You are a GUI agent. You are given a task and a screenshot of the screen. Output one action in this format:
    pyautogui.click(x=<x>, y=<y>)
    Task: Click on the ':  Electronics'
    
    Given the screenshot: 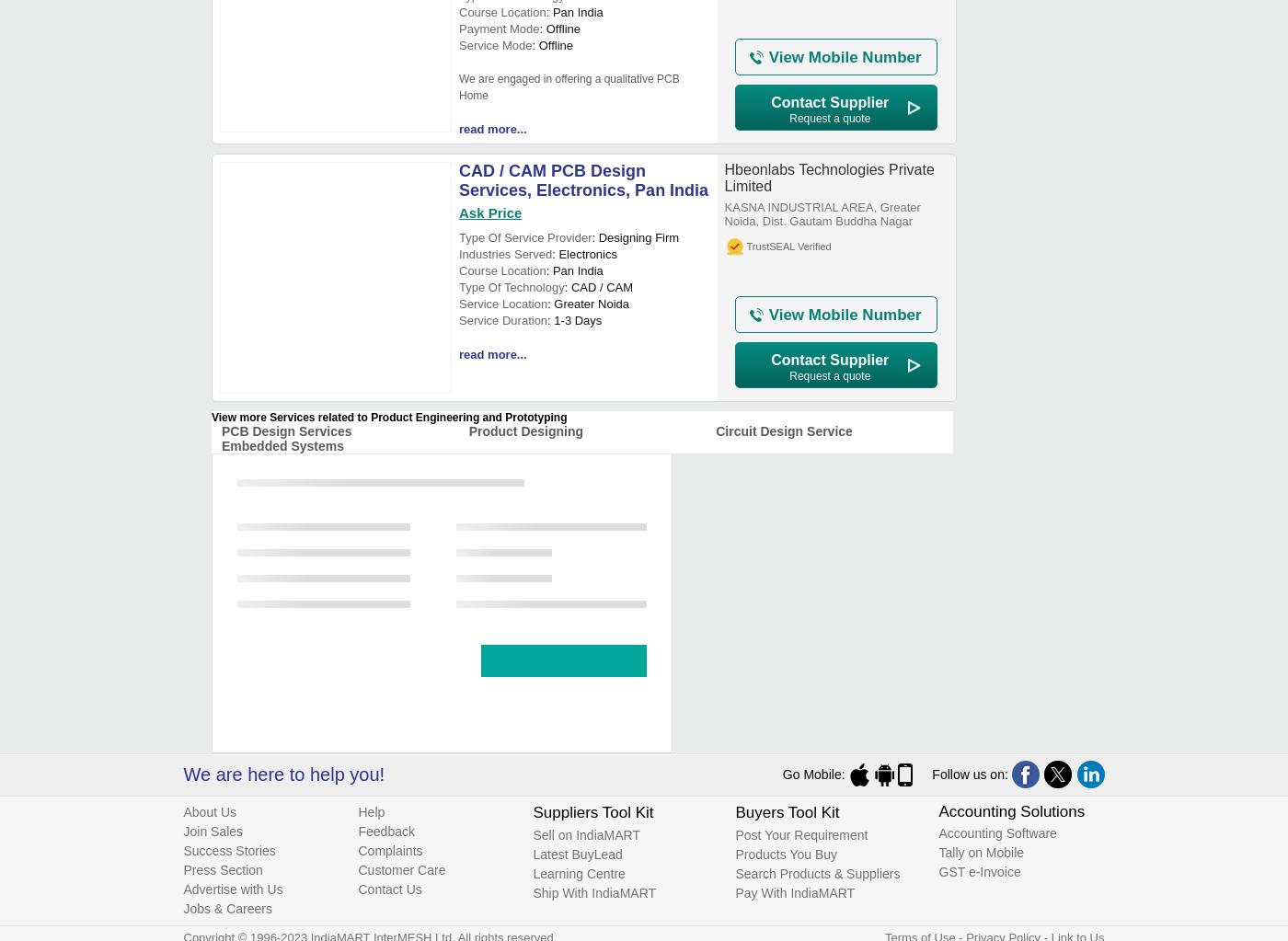 What is the action you would take?
    pyautogui.click(x=584, y=253)
    